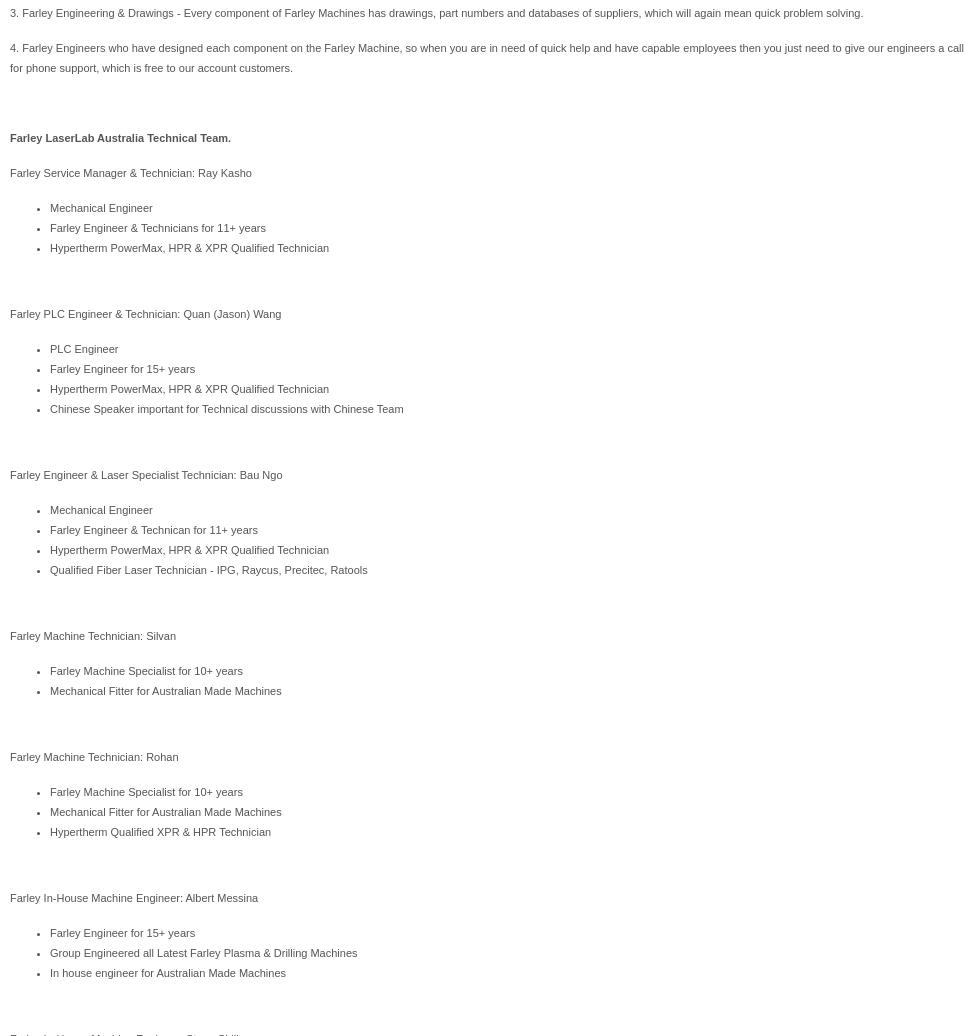 This screenshot has height=1036, width=980. Describe the element at coordinates (203, 953) in the screenshot. I see `'Group Engineered all Latest Farley Plasma & Drilling Machines'` at that location.